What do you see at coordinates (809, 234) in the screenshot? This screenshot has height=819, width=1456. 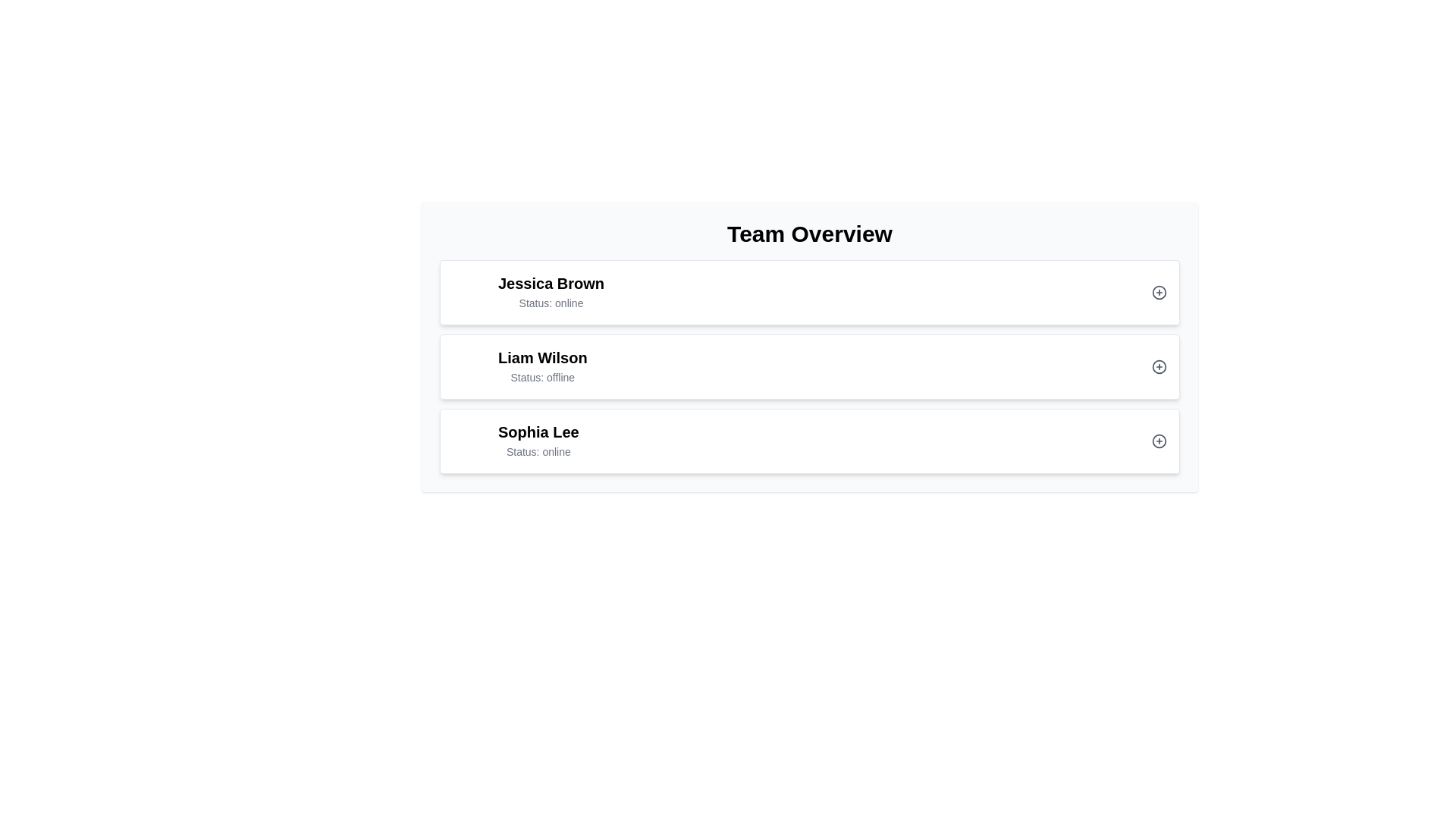 I see `text from the centered header displaying 'Team Overview' in bold and extra-large font, located at the top of the 'Team Overview' section` at bounding box center [809, 234].